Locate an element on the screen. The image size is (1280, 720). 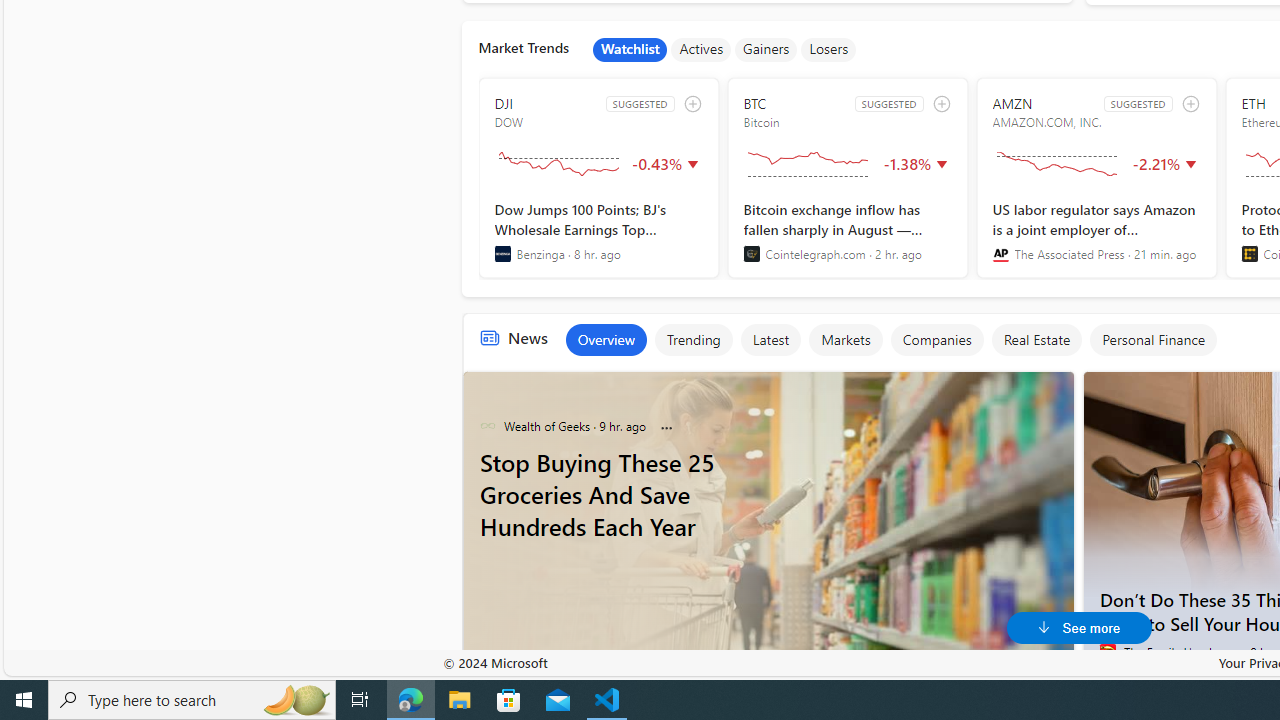
'Dow Jumps 100 Points; BJ' is located at coordinates (597, 230).